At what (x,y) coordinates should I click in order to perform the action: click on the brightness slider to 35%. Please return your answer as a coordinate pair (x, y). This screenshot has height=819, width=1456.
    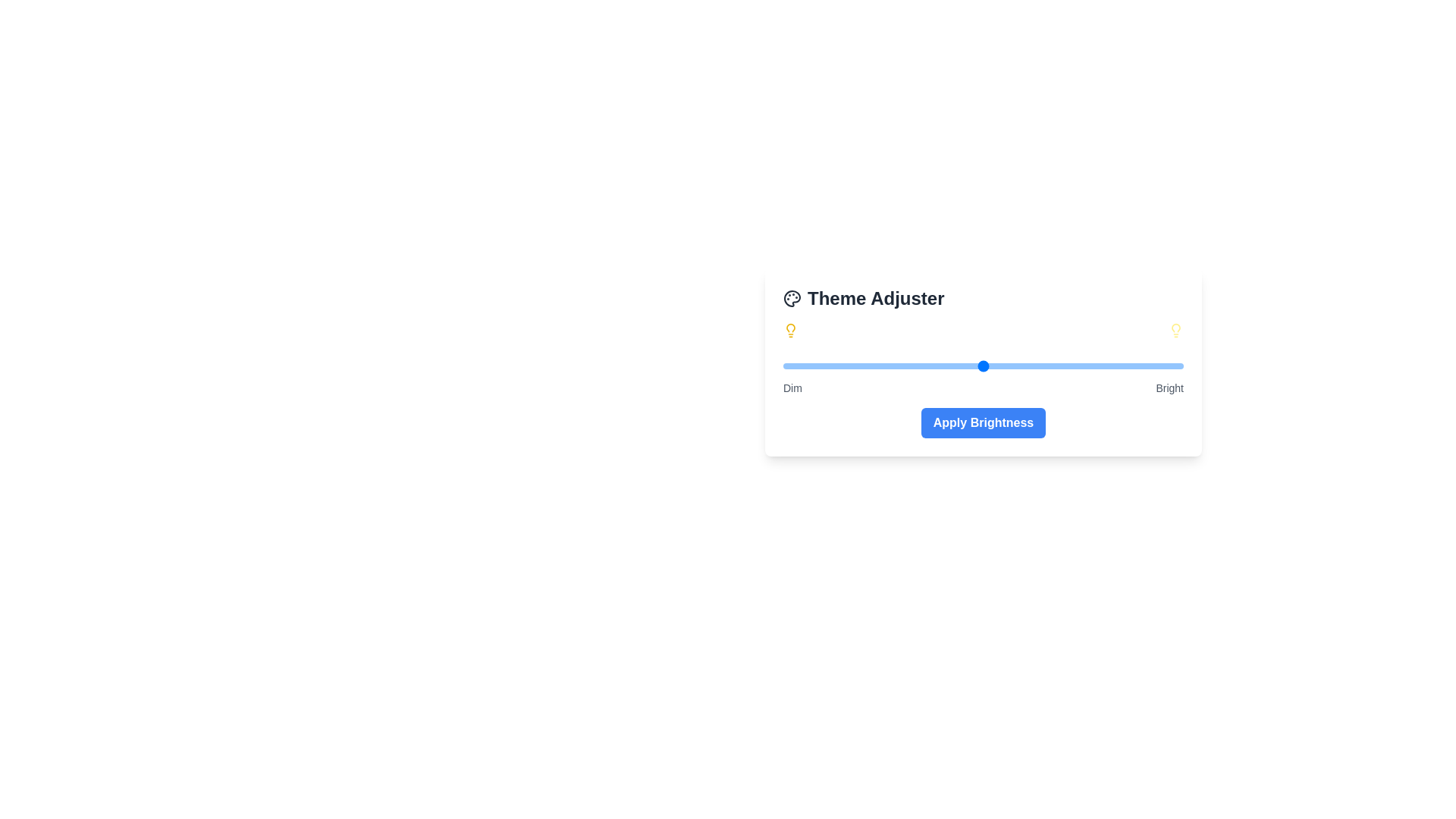
    Looking at the image, I should click on (922, 366).